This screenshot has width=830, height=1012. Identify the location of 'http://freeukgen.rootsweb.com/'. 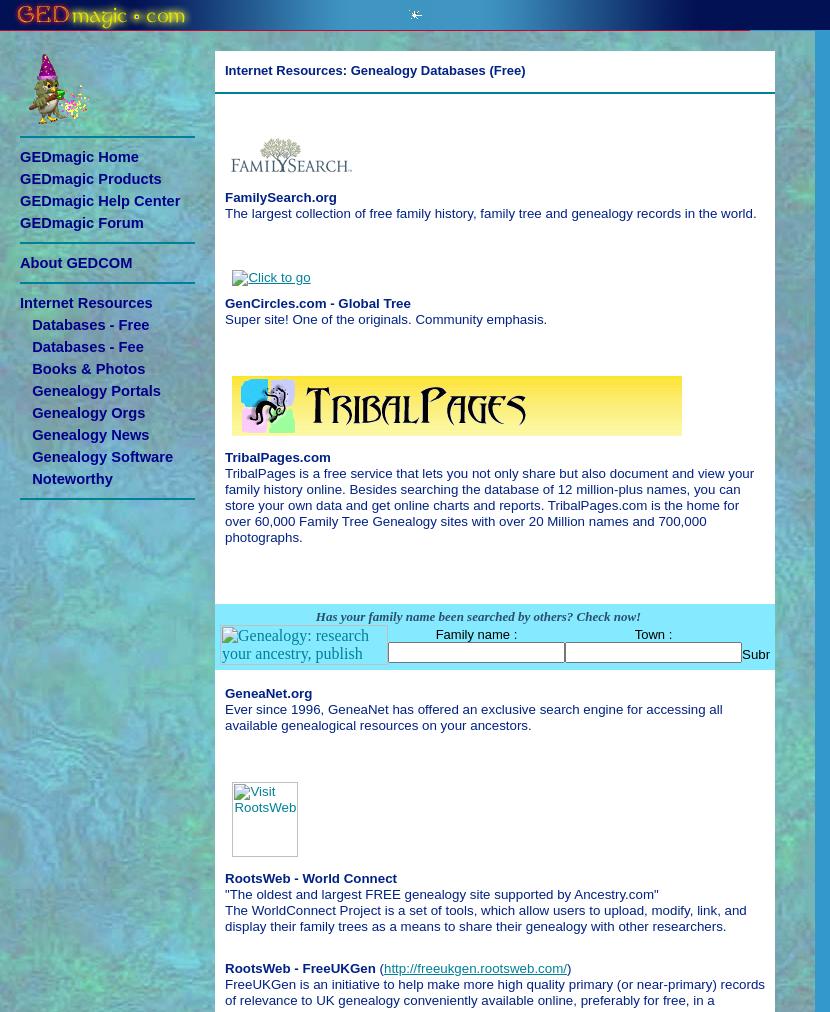
(473, 967).